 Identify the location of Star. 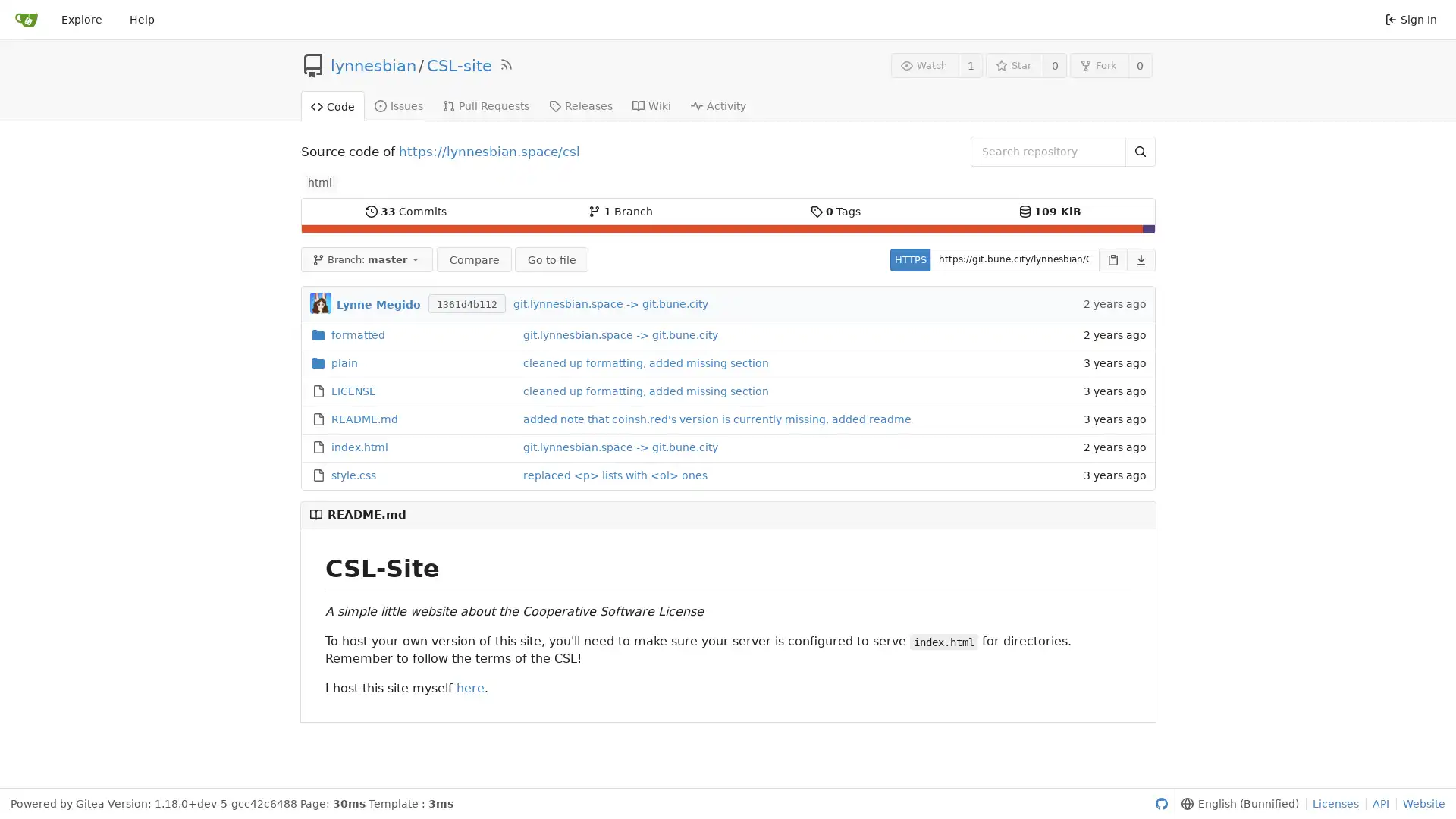
(1014, 64).